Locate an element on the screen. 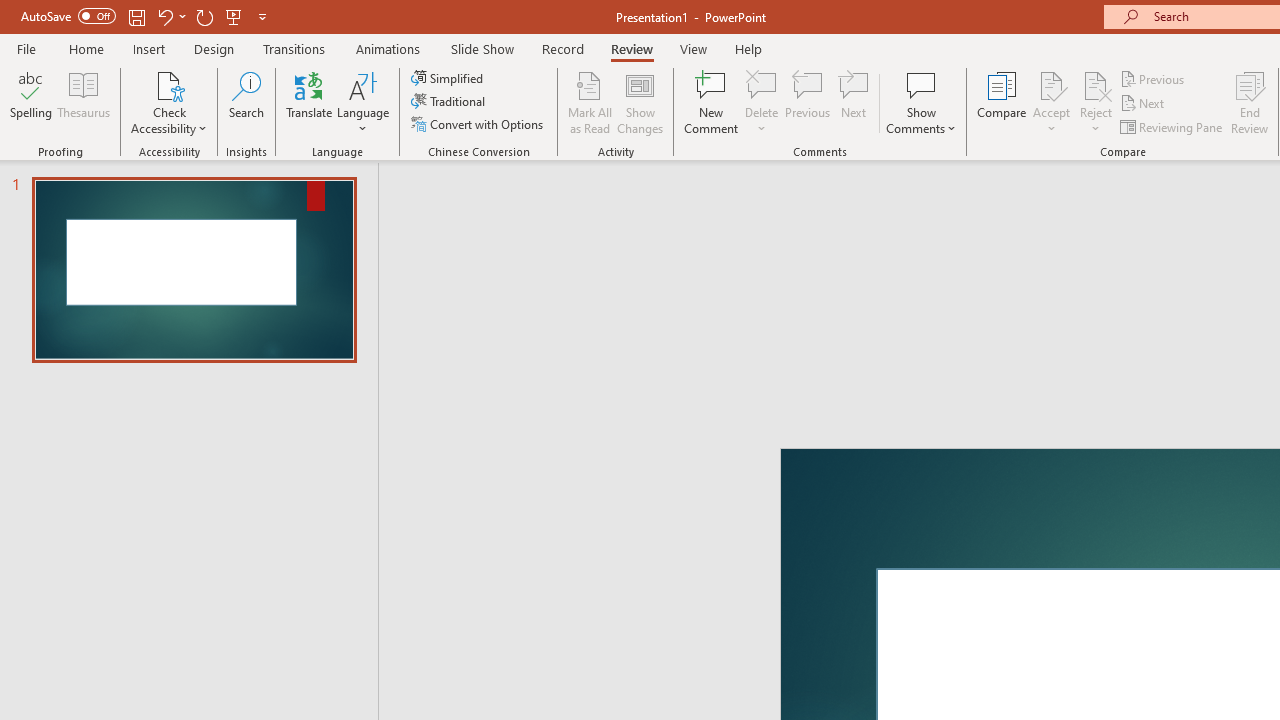  'Spelling...' is located at coordinates (31, 103).